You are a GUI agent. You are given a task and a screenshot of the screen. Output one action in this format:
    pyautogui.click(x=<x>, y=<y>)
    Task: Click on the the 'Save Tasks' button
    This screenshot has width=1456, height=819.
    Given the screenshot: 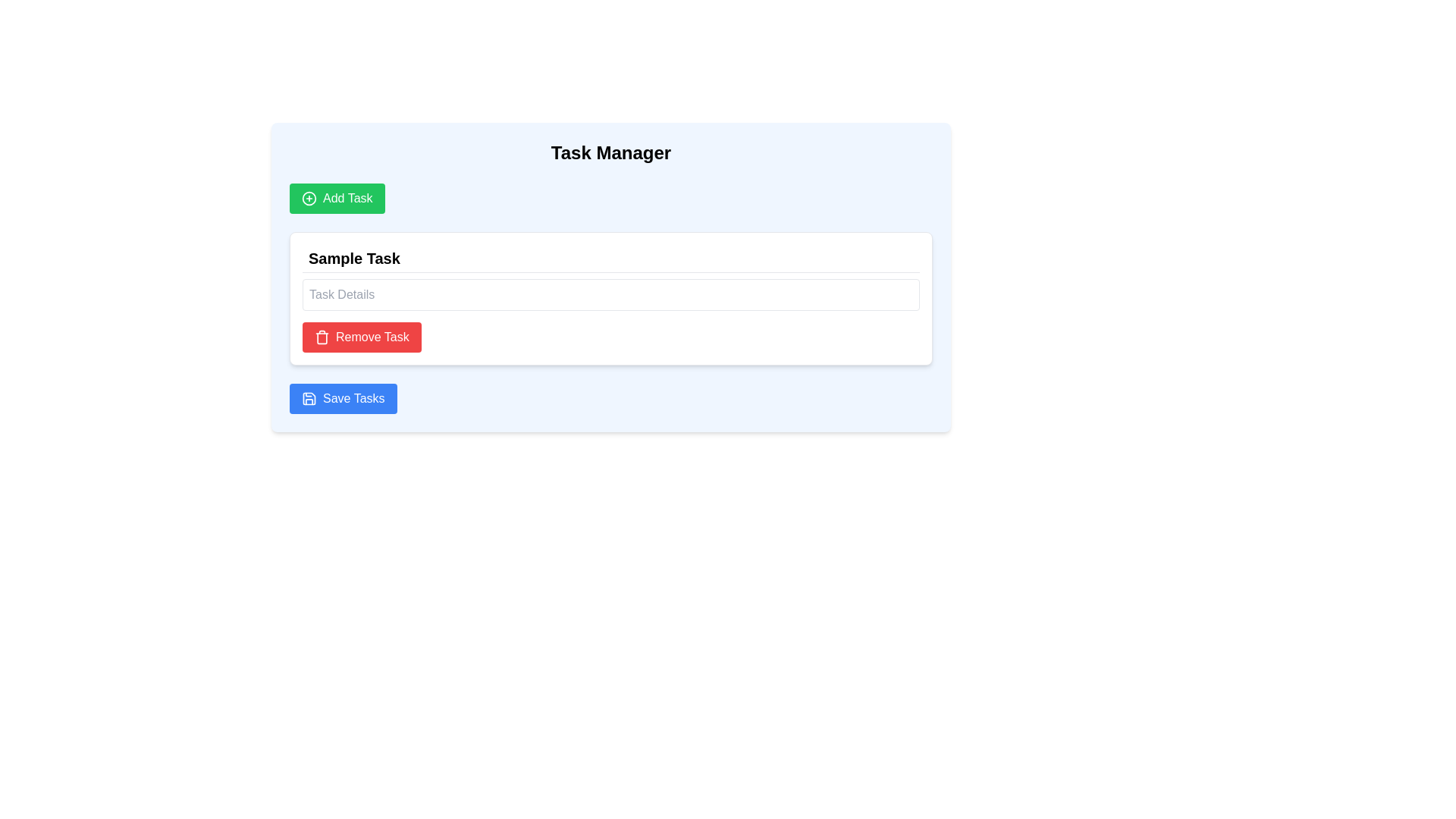 What is the action you would take?
    pyautogui.click(x=353, y=397)
    